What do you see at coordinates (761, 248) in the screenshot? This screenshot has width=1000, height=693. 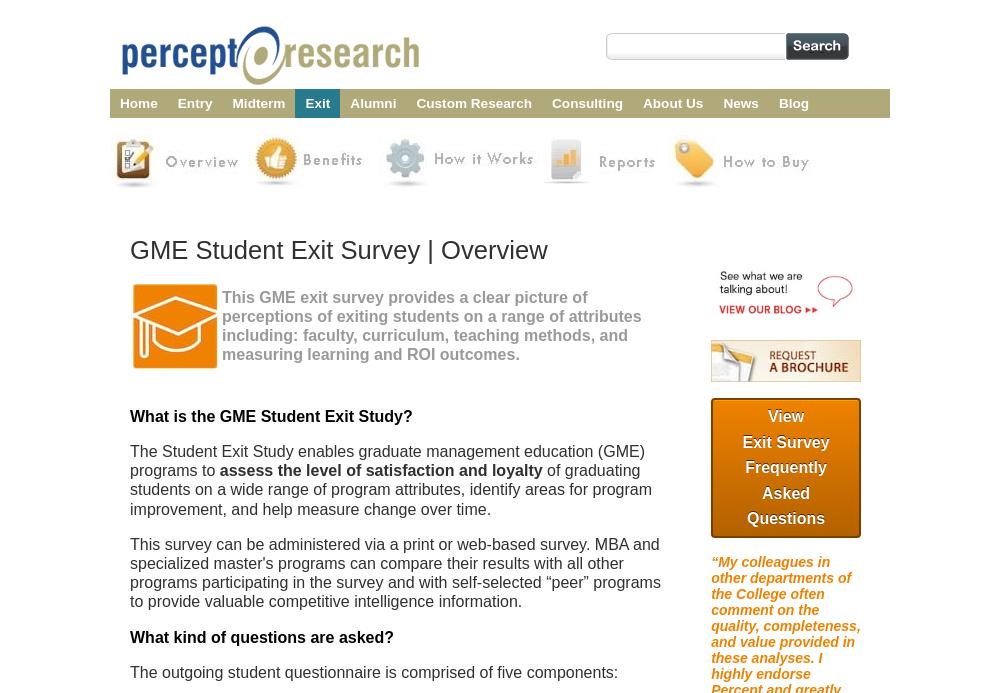 I see `'MBA Lifecycle Surveys Terms of Use'` at bounding box center [761, 248].